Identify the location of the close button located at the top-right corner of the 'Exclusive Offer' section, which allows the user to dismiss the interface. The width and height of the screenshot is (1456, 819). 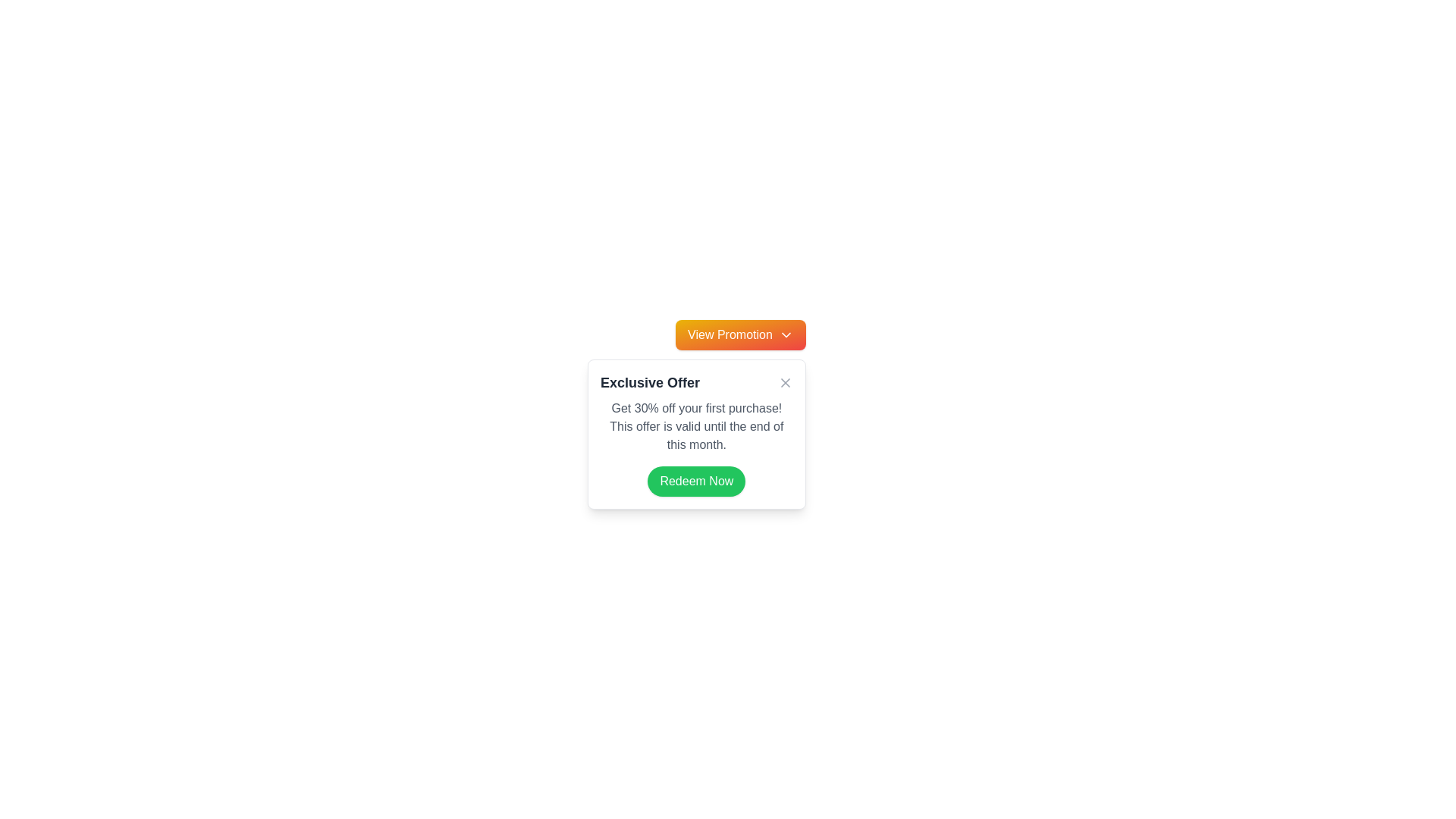
(785, 382).